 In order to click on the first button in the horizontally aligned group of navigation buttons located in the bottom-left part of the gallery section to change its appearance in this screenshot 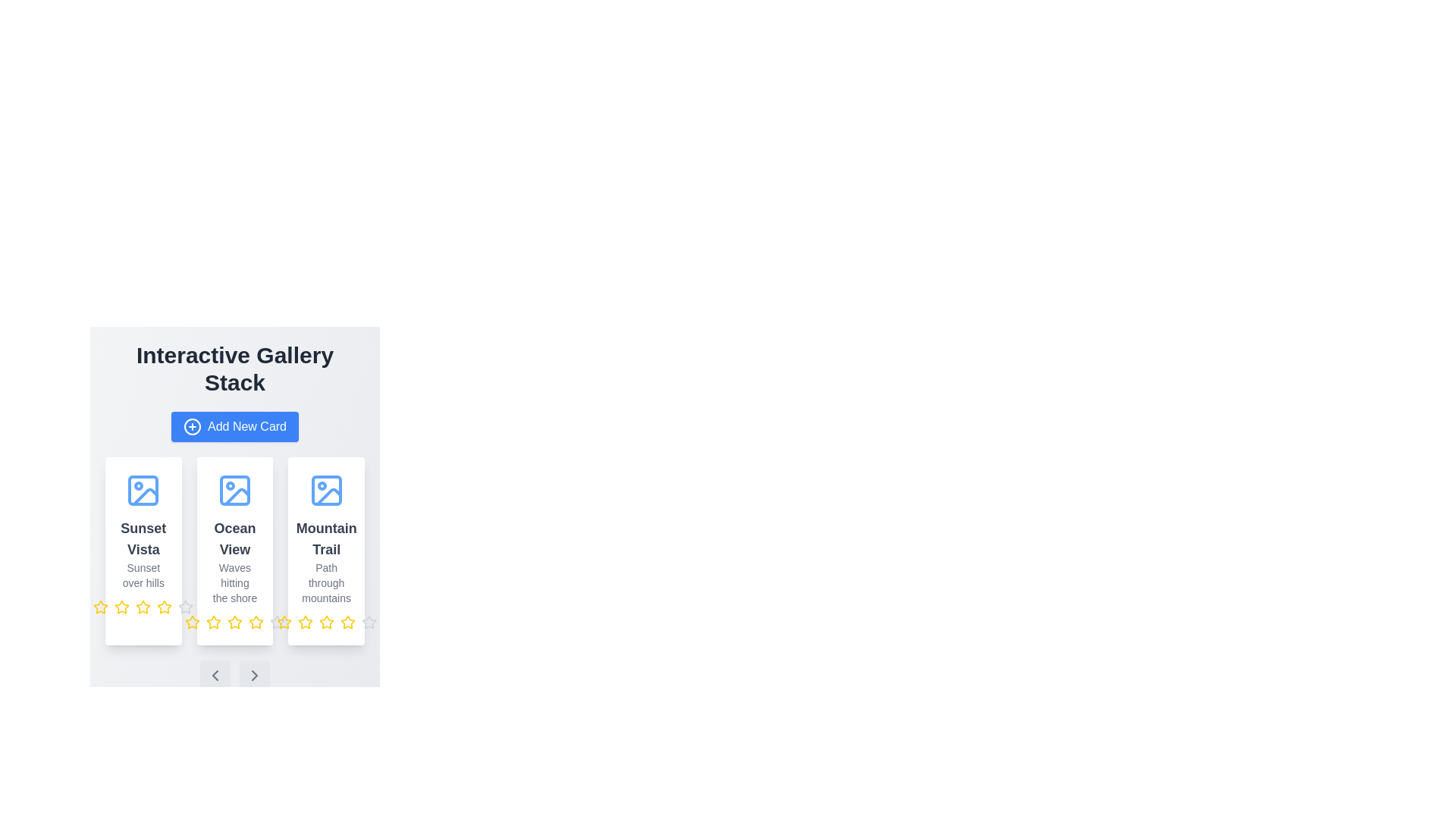, I will do `click(214, 675)`.